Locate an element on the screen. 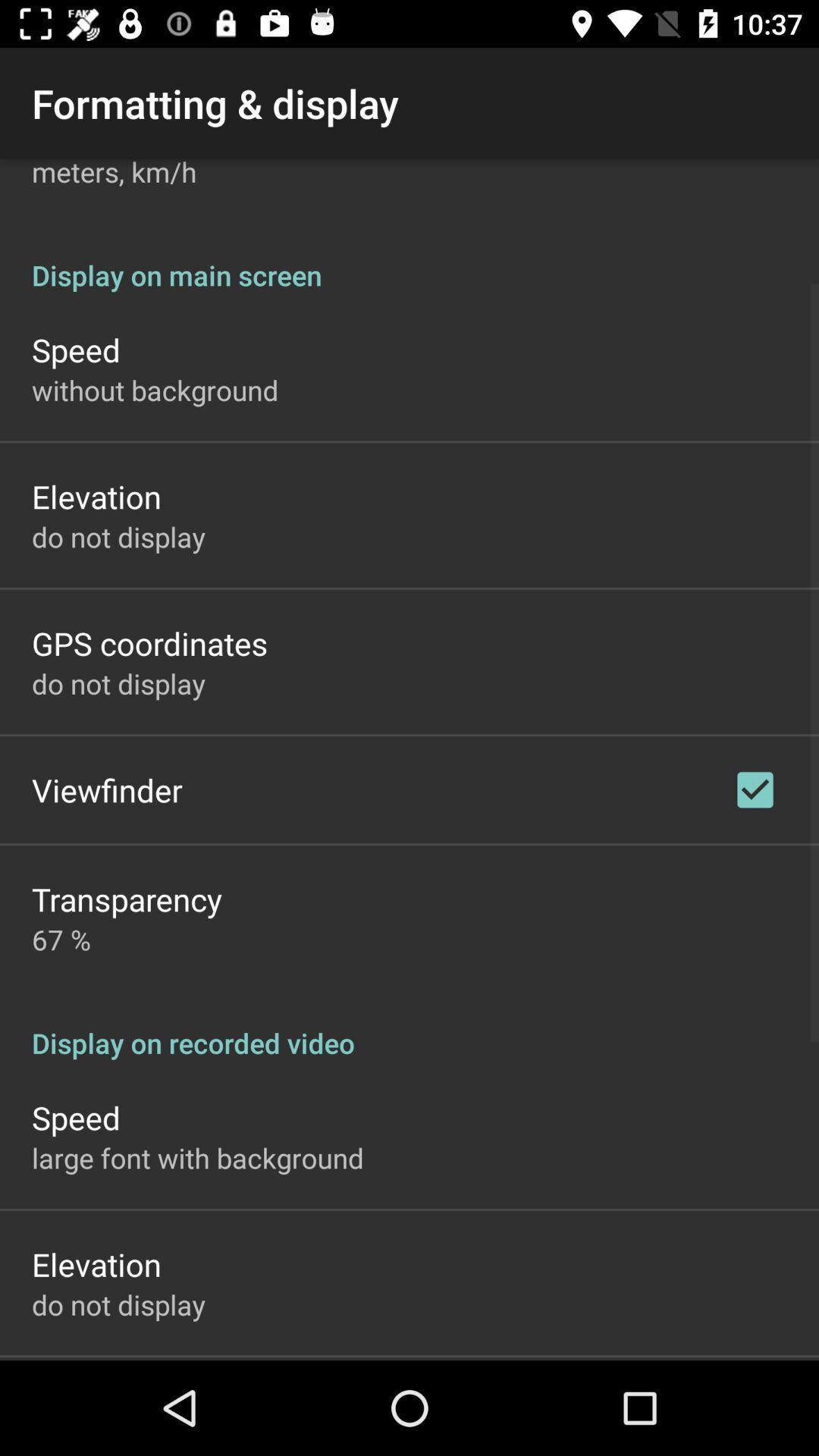 The height and width of the screenshot is (1456, 819). the 67 % item is located at coordinates (61, 938).